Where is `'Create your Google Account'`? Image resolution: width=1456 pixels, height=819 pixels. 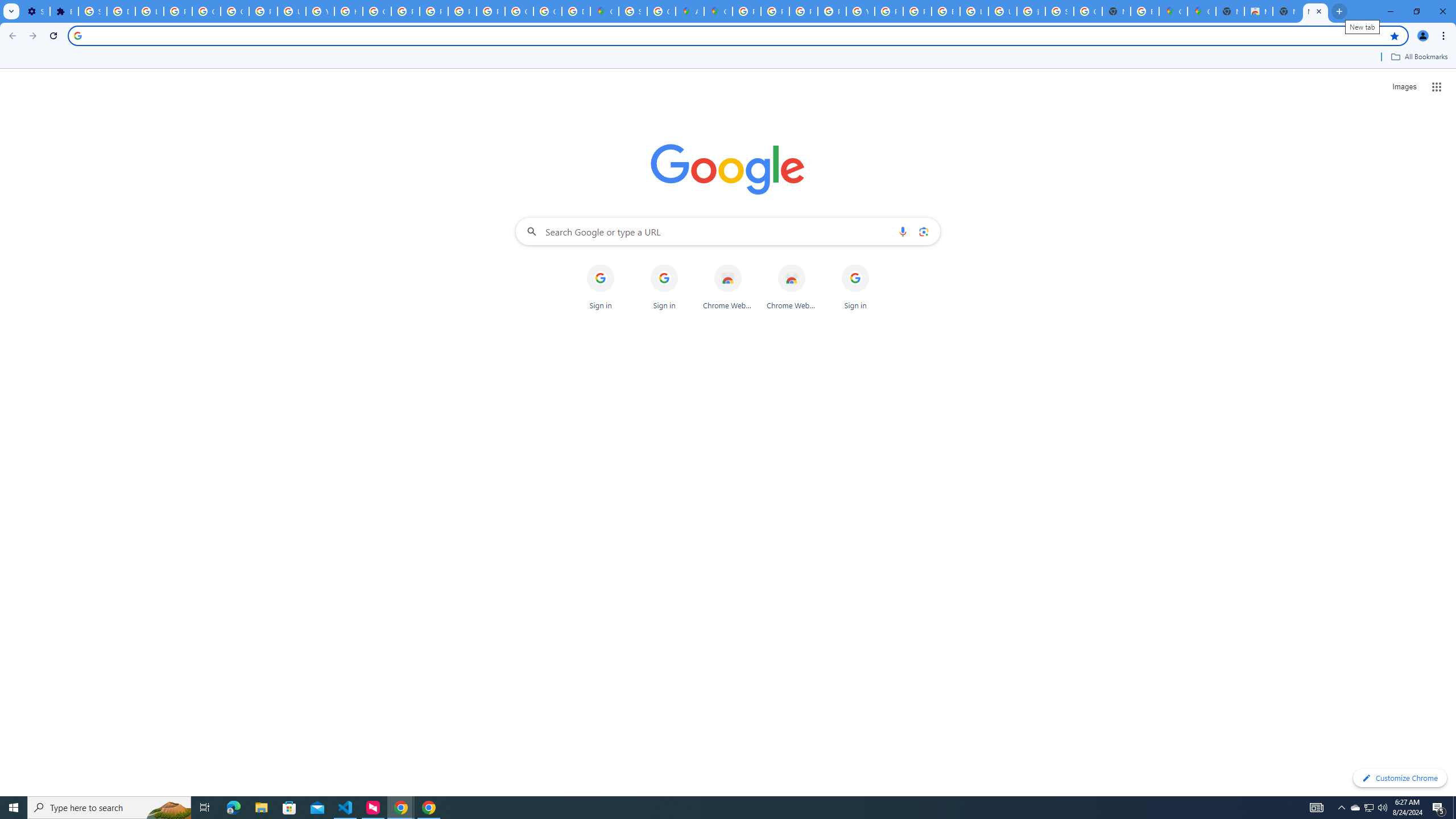 'Create your Google Account' is located at coordinates (661, 11).